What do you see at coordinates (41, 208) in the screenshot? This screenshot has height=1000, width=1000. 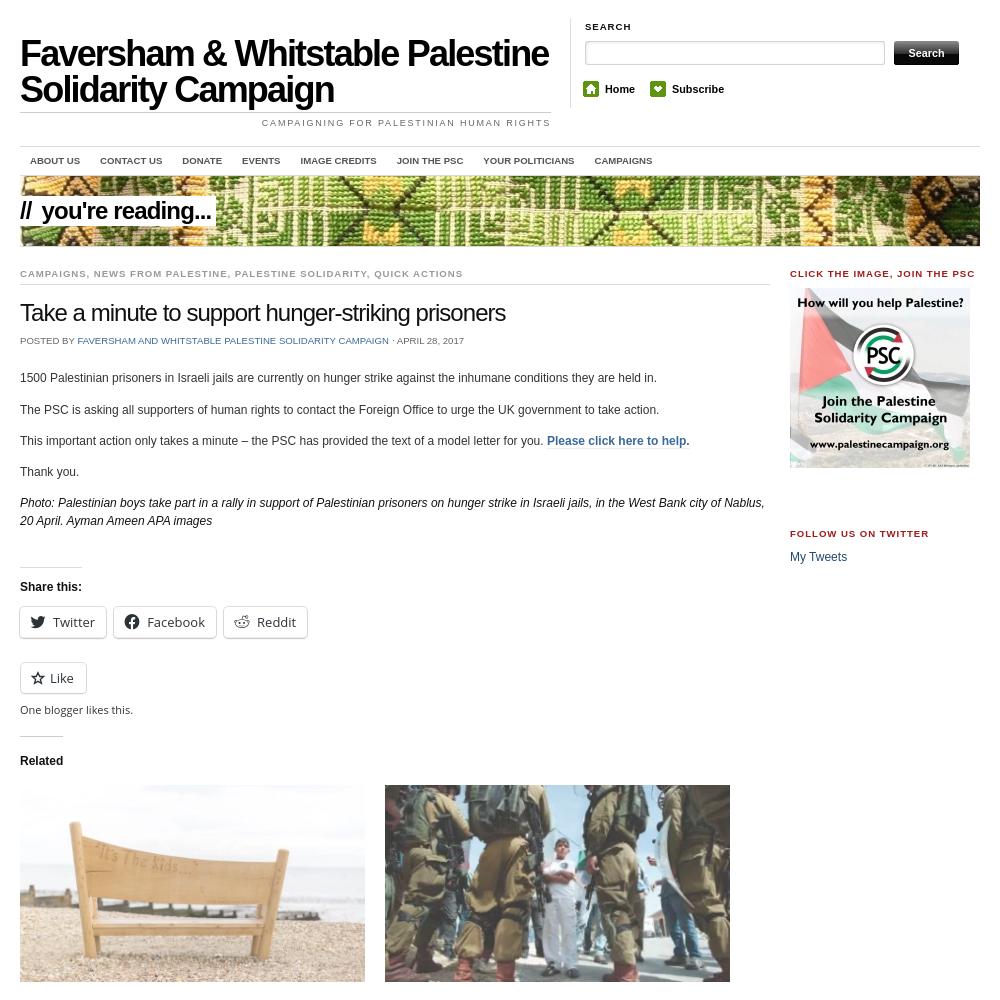 I see `'you're reading...'` at bounding box center [41, 208].